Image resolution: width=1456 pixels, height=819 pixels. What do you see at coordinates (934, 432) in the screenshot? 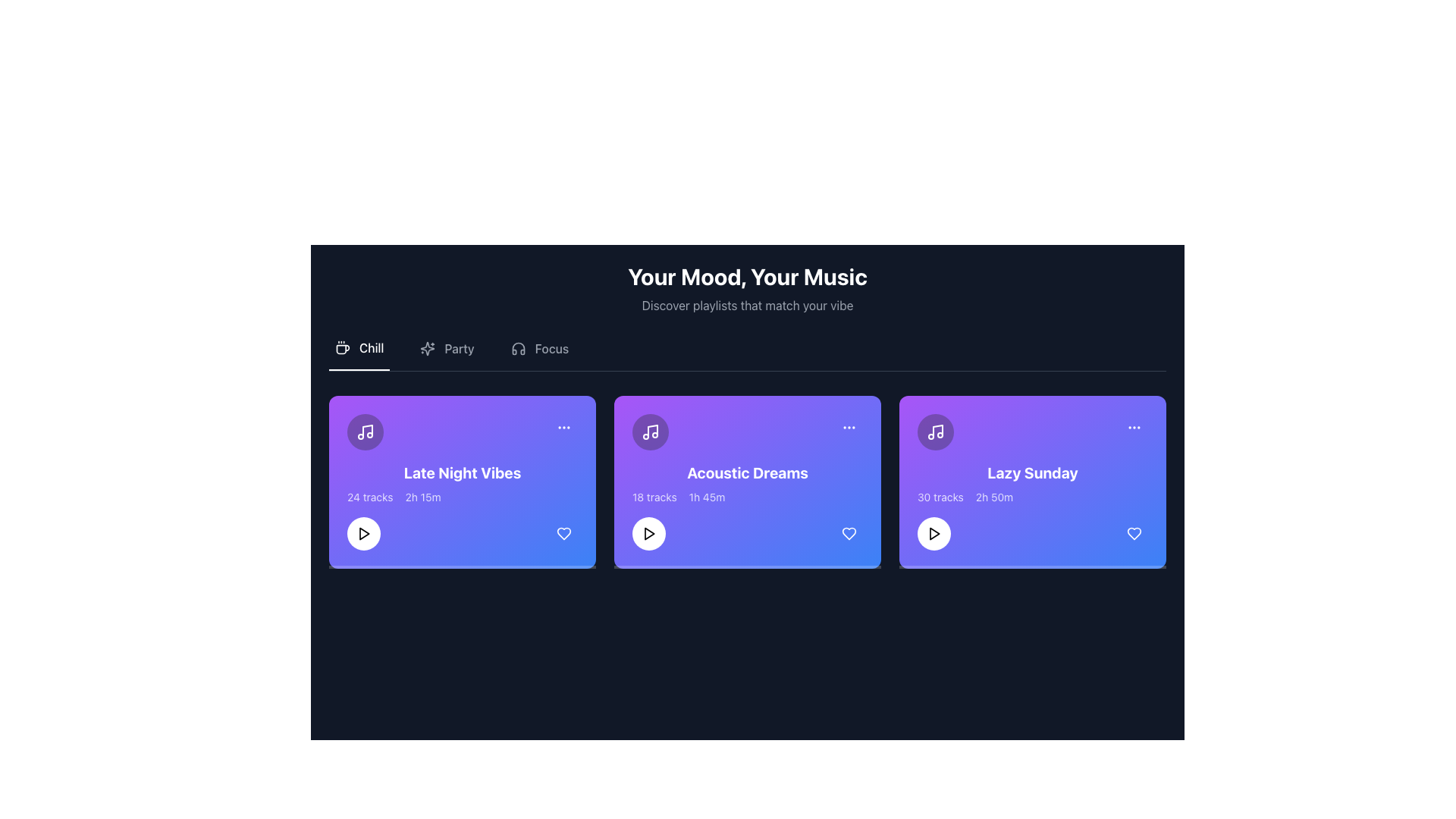
I see `the circular icon with a black background and white music note symbol located at the top-left corner of the 'Lazy Sunday' playlist card` at bounding box center [934, 432].